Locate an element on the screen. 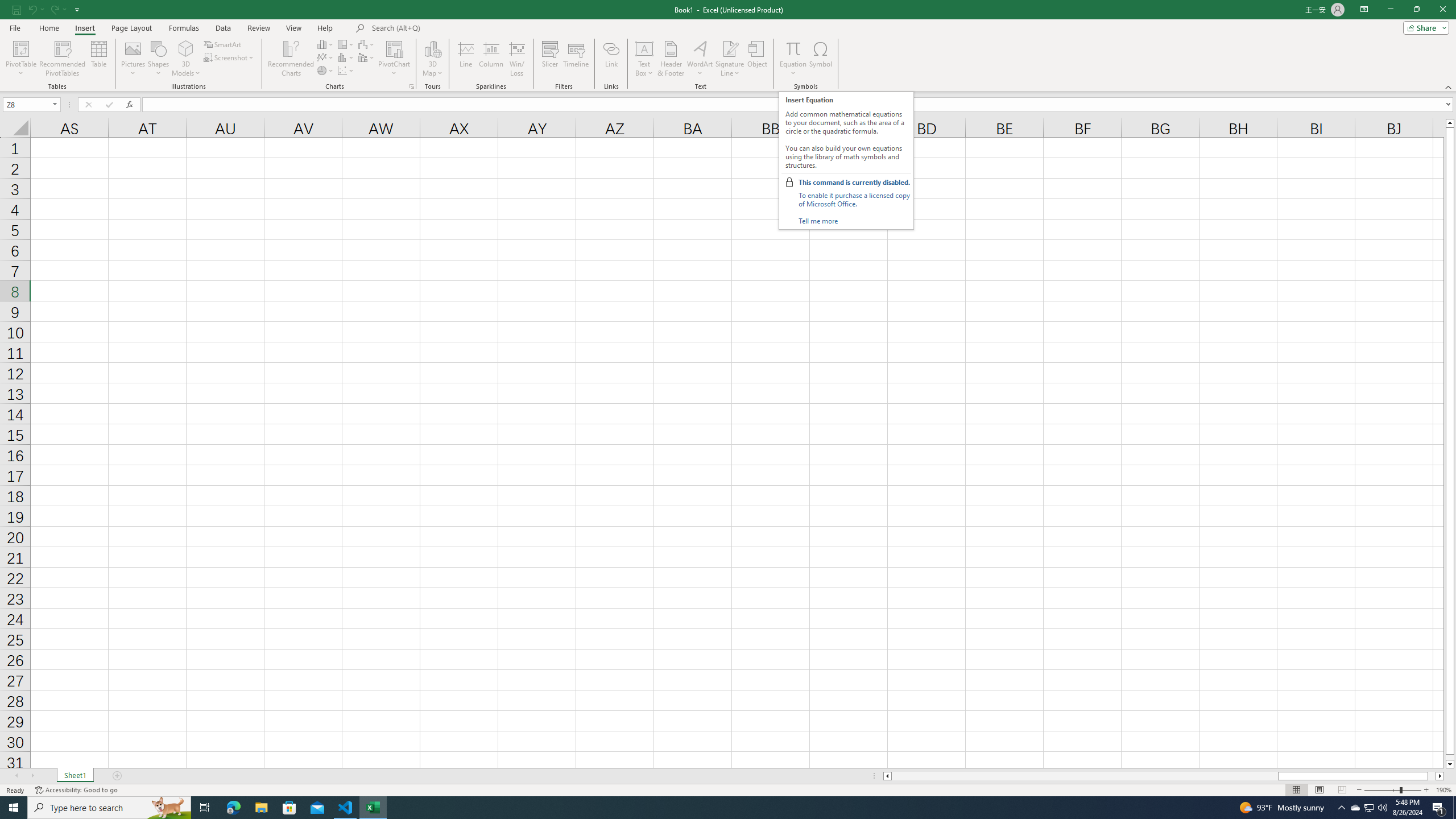 The width and height of the screenshot is (1456, 819). 'Insert Combo Chart' is located at coordinates (366, 56).